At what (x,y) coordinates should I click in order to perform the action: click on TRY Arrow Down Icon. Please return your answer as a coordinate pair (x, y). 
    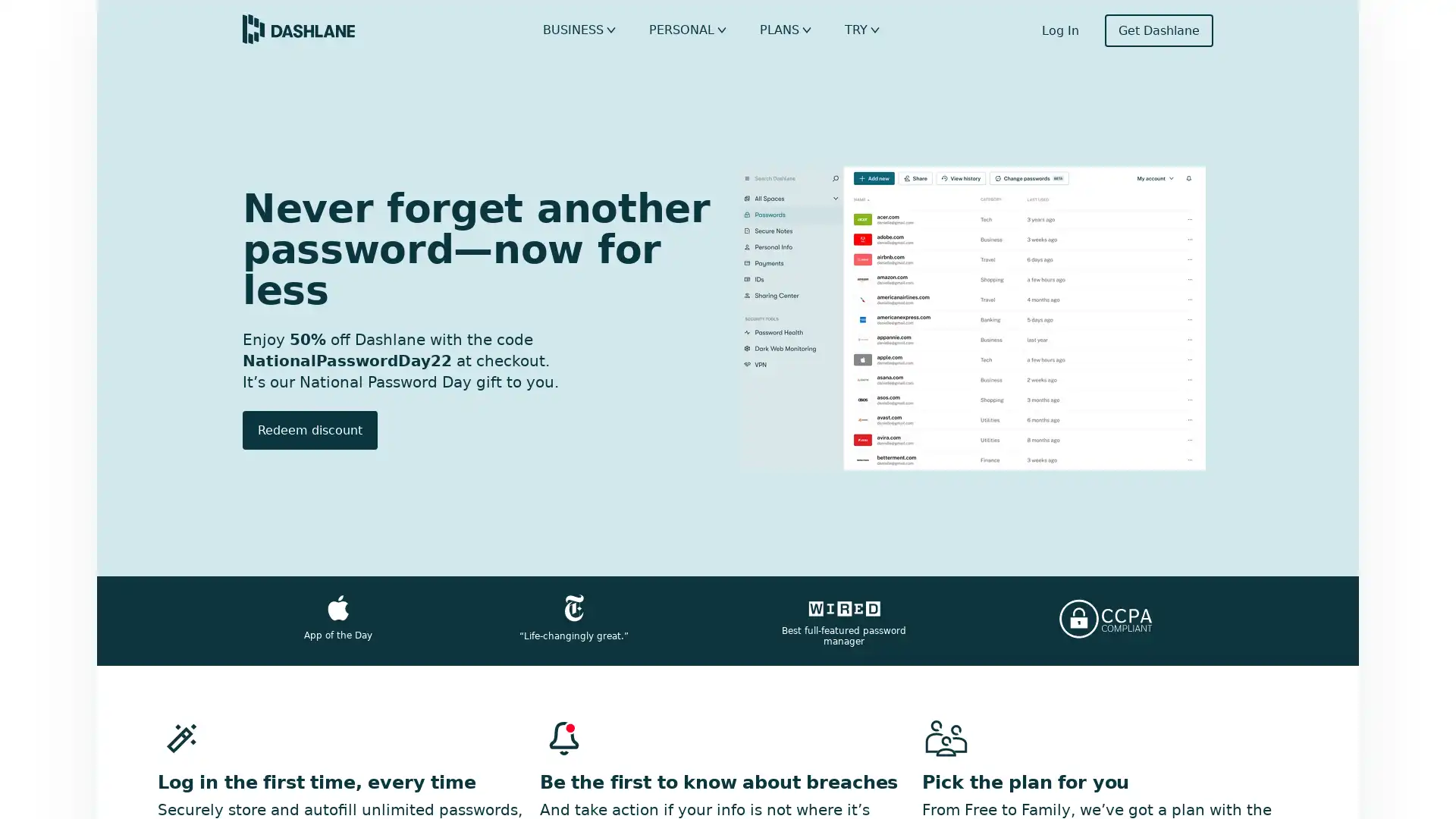
    Looking at the image, I should click on (860, 30).